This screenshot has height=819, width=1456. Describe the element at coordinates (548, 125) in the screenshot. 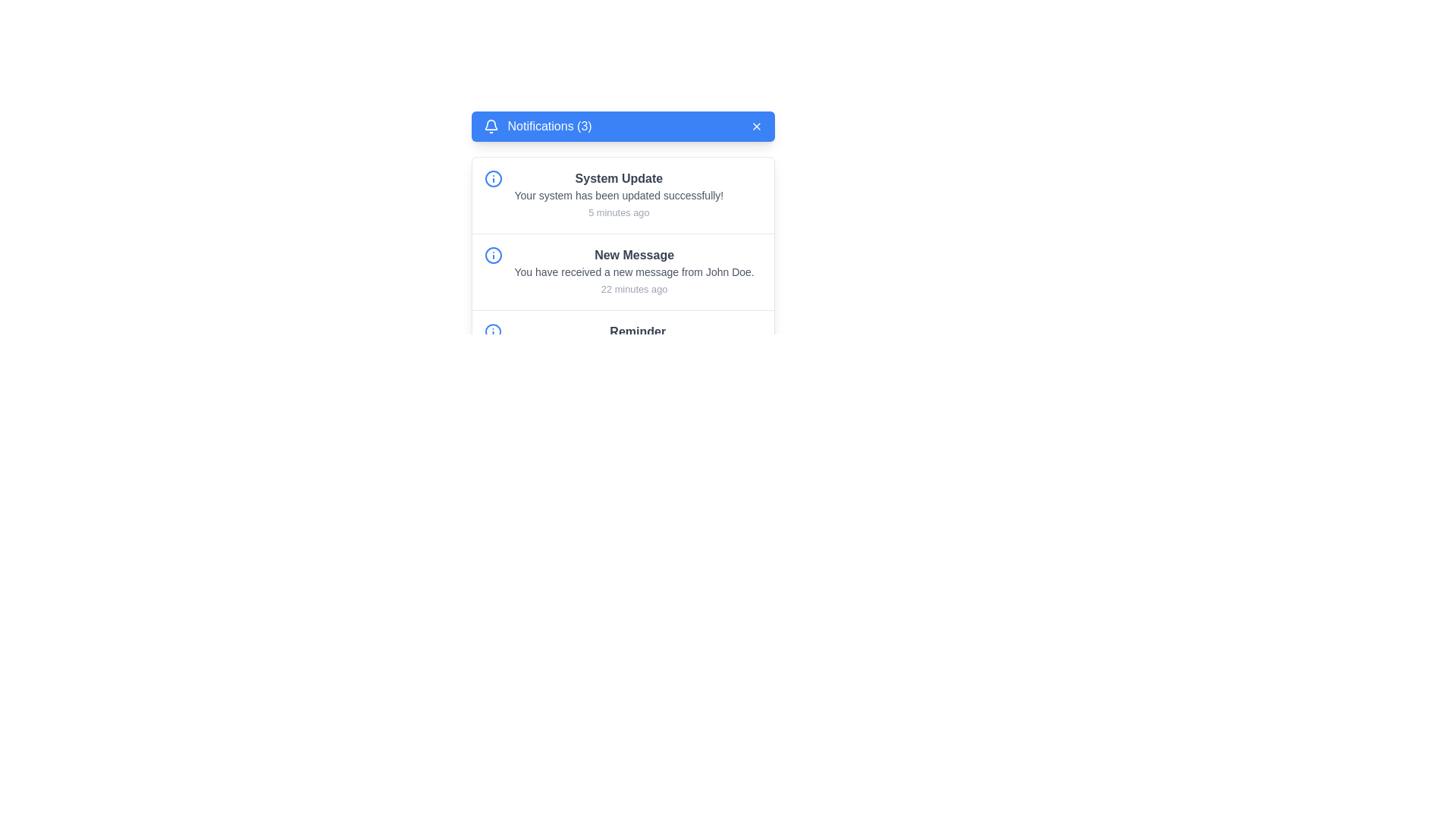

I see `the text element that displays 'Notifications (3)', styled in white on a blue background, located at the top-left of the interface, next to a bell icon` at that location.